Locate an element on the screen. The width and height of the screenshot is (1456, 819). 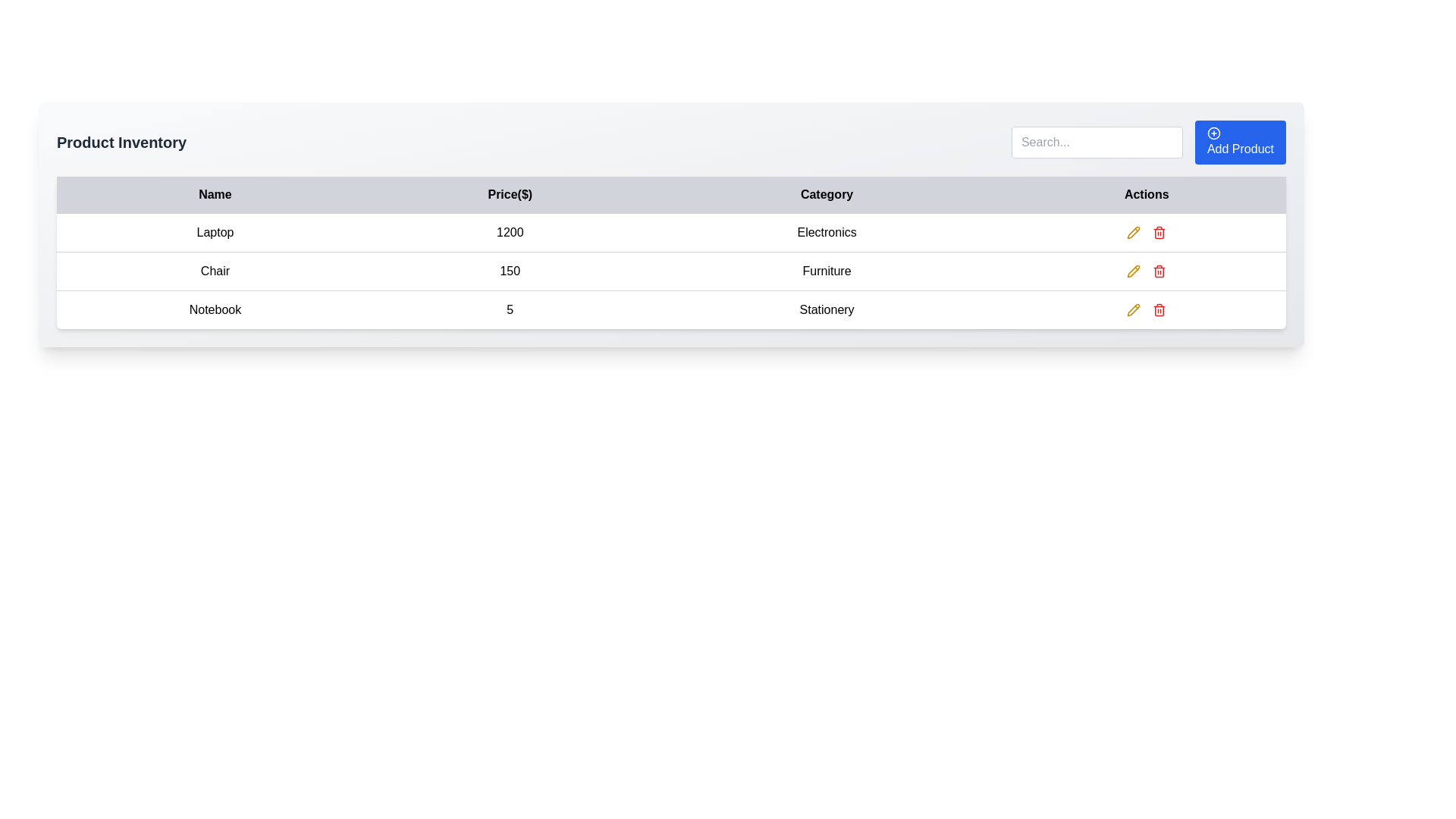
the text label displaying 'Stationery' located in the third row of the table under the 'Category' column is located at coordinates (826, 309).